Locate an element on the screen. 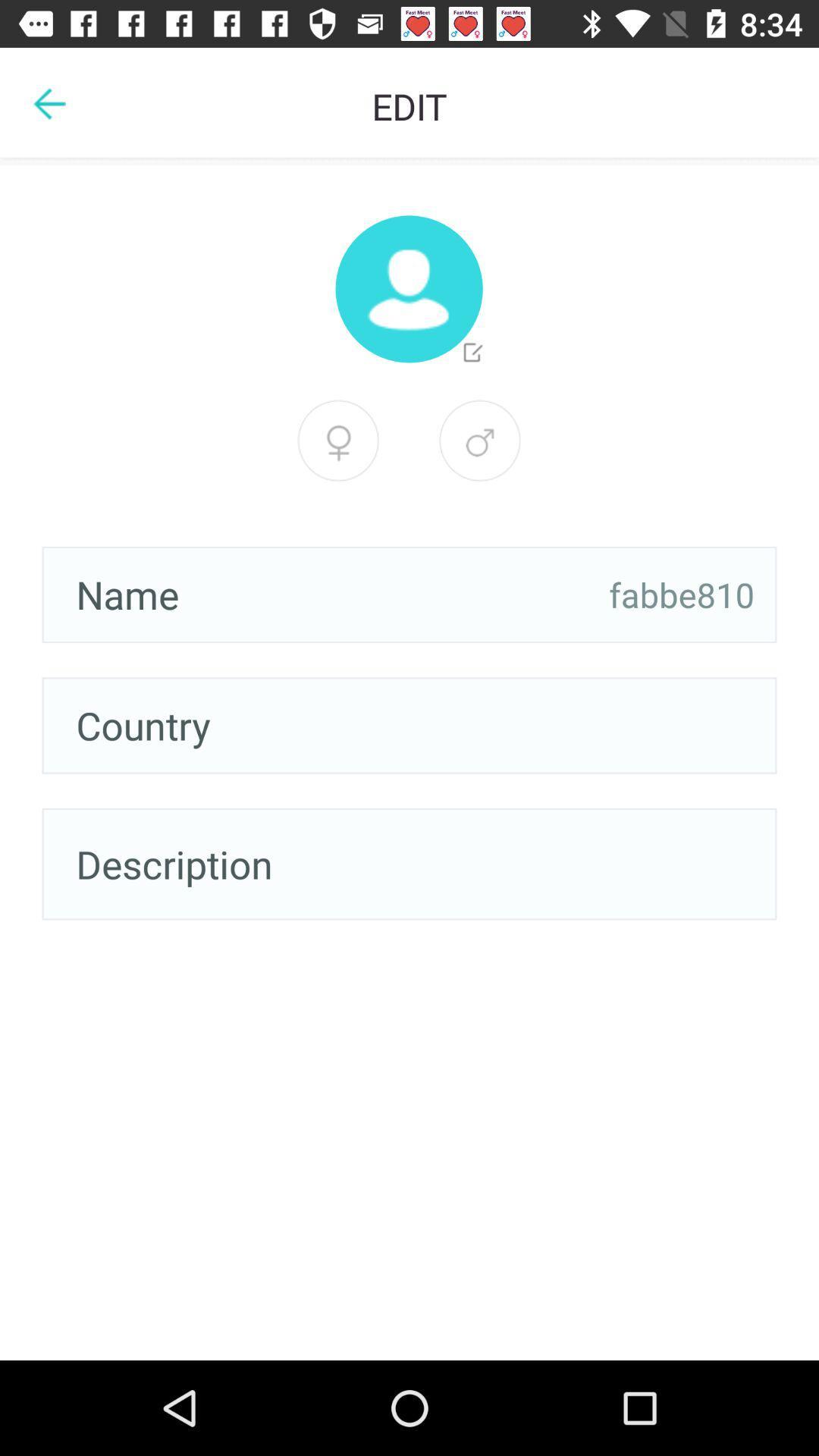 The width and height of the screenshot is (819, 1456). the avatar icon is located at coordinates (408, 289).